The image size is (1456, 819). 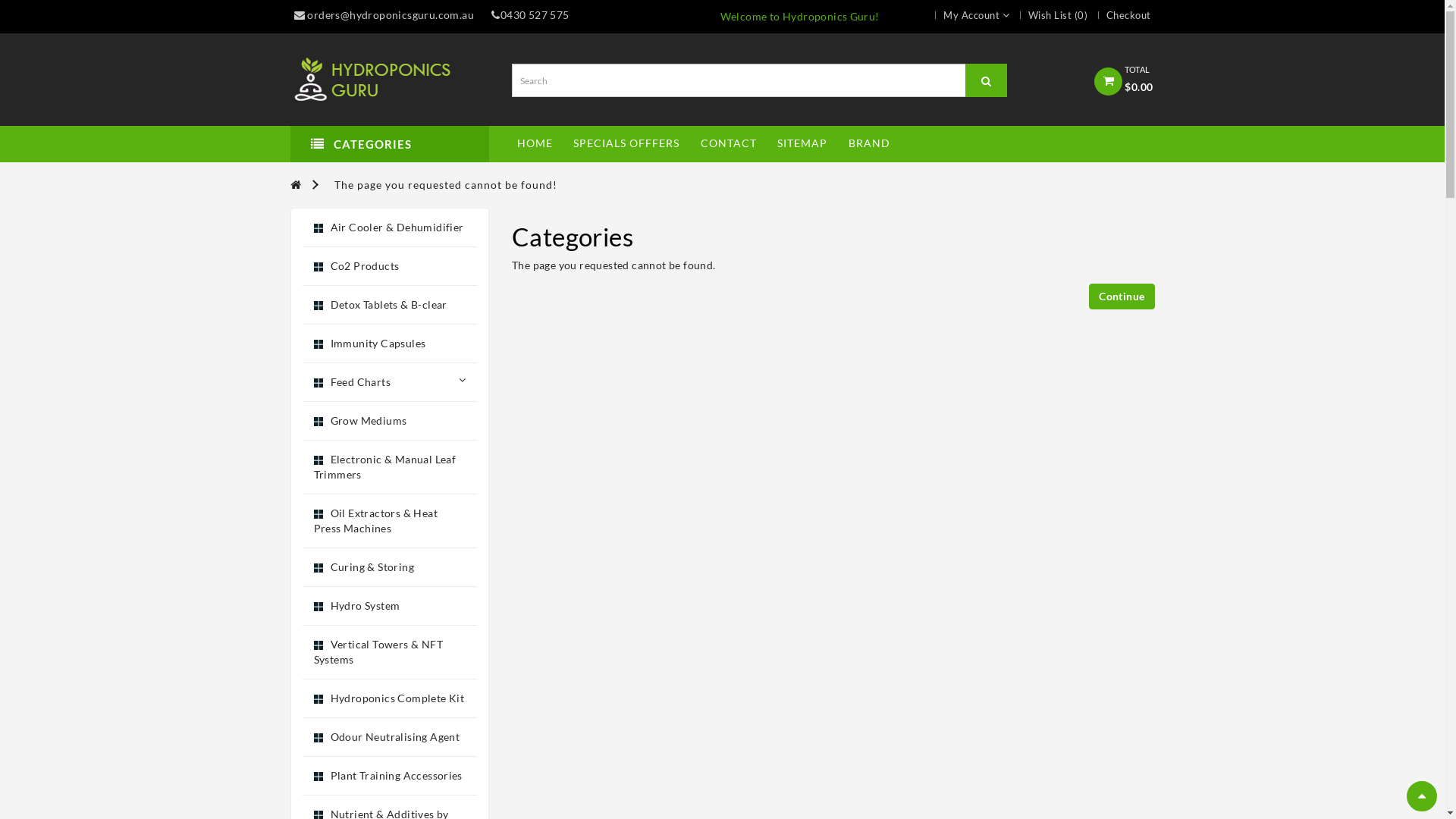 What do you see at coordinates (1050, 14) in the screenshot?
I see `'Wish List (0)'` at bounding box center [1050, 14].